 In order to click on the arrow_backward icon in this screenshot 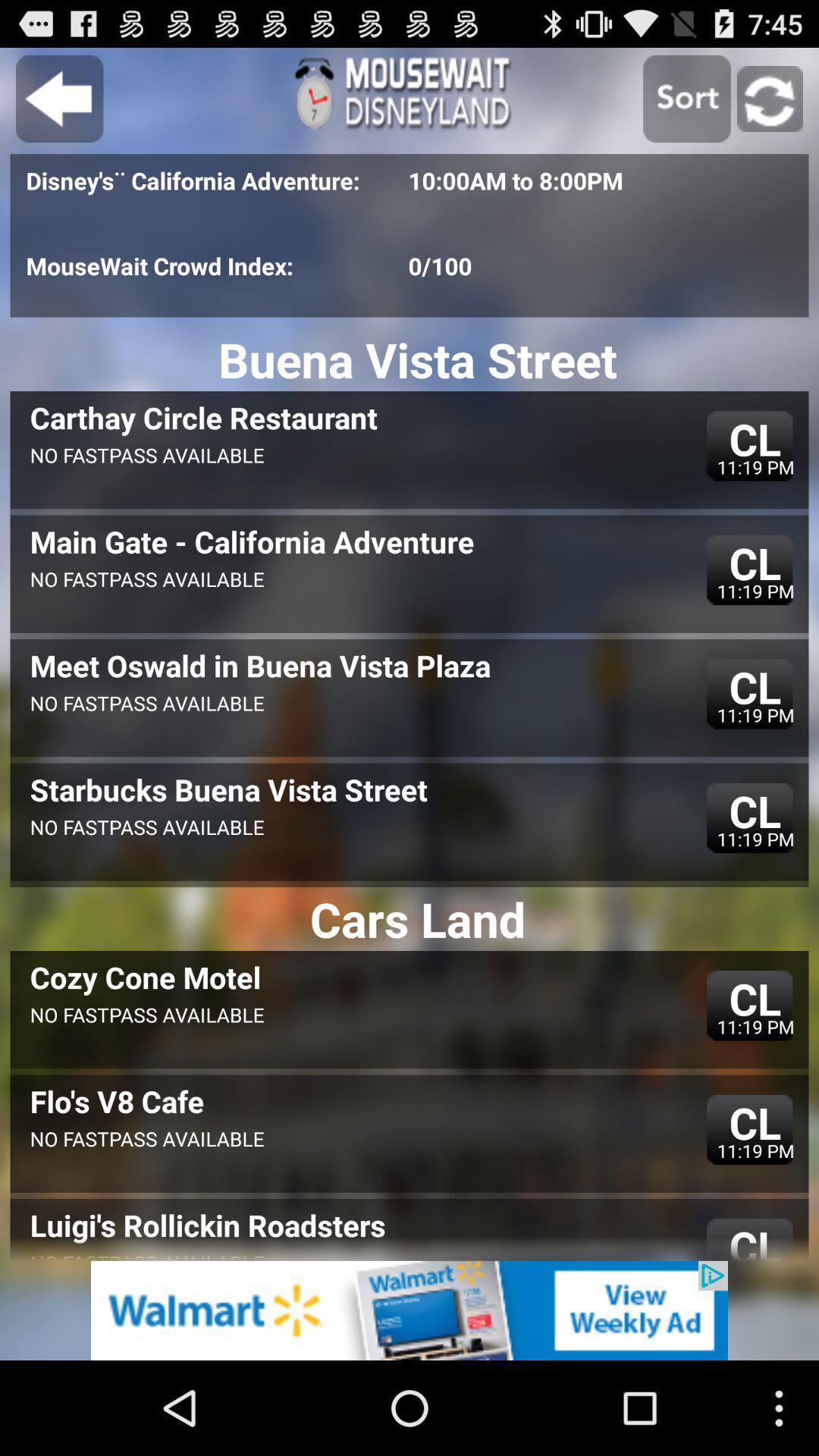, I will do `click(58, 105)`.